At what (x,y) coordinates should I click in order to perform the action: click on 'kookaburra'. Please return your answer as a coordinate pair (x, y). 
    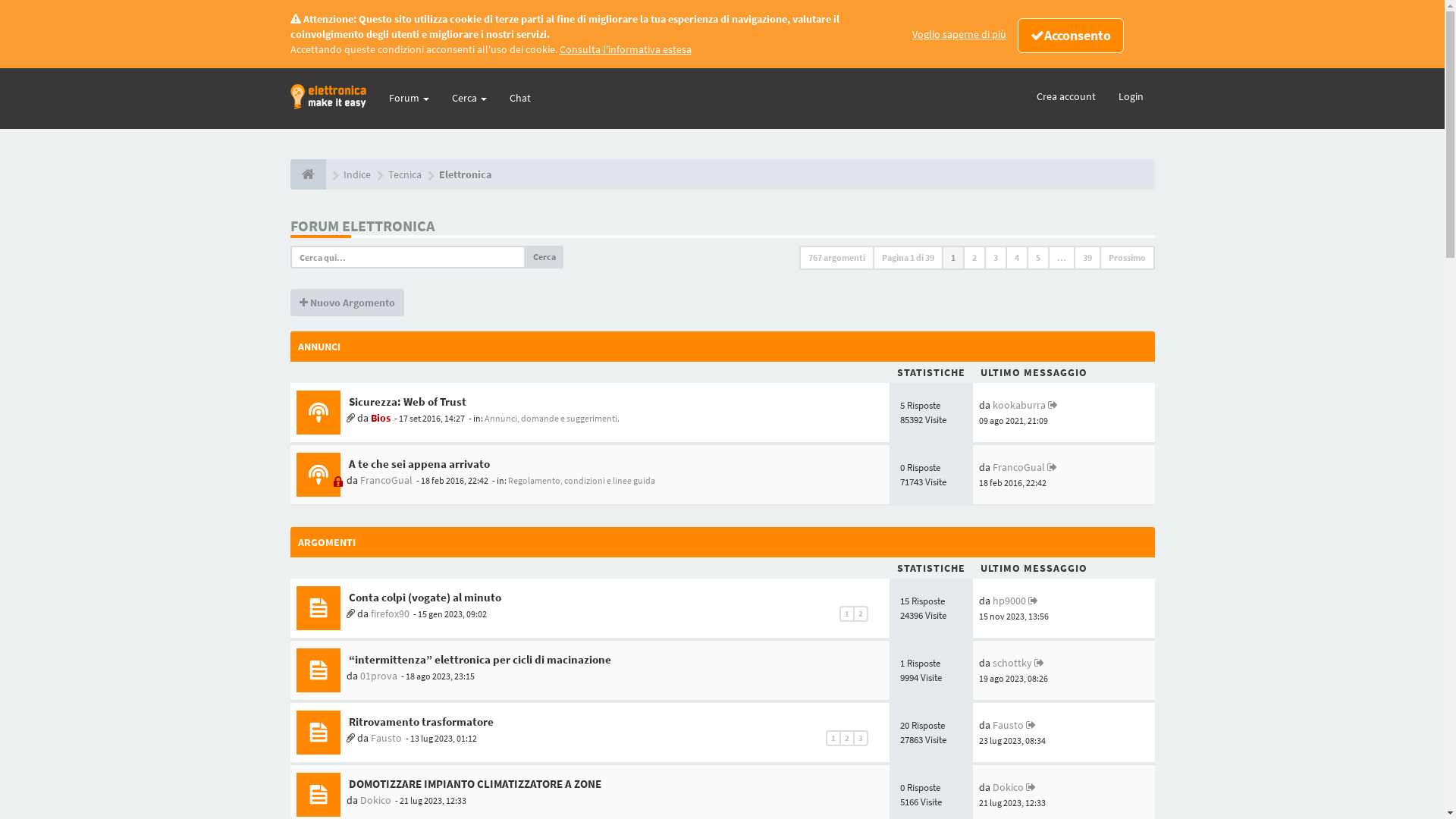
    Looking at the image, I should click on (1019, 403).